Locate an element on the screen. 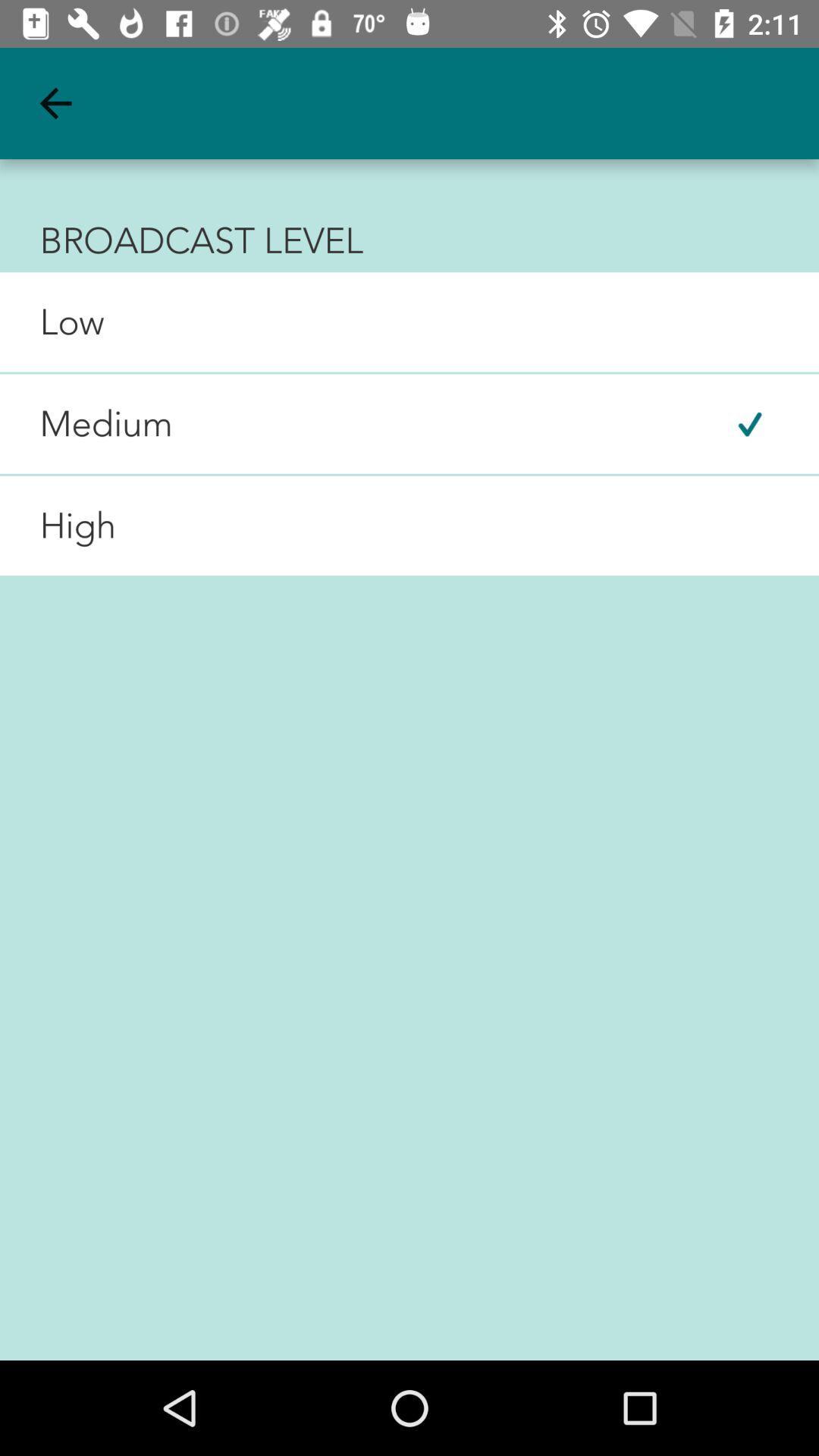 The height and width of the screenshot is (1456, 819). the icon above the high icon is located at coordinates (86, 424).